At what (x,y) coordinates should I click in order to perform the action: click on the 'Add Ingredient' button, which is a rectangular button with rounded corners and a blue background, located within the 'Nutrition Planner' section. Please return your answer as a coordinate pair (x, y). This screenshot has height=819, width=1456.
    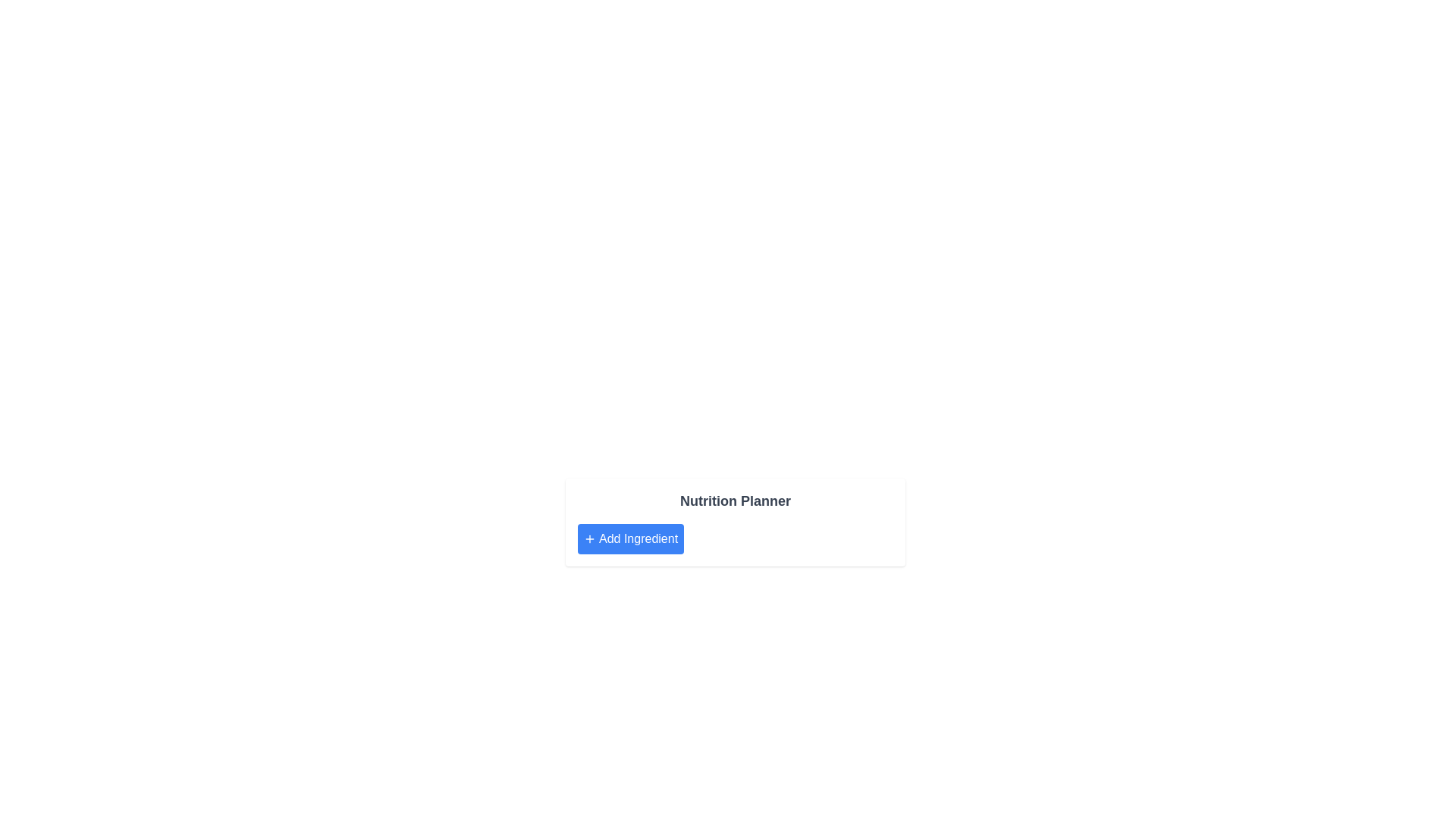
    Looking at the image, I should click on (631, 538).